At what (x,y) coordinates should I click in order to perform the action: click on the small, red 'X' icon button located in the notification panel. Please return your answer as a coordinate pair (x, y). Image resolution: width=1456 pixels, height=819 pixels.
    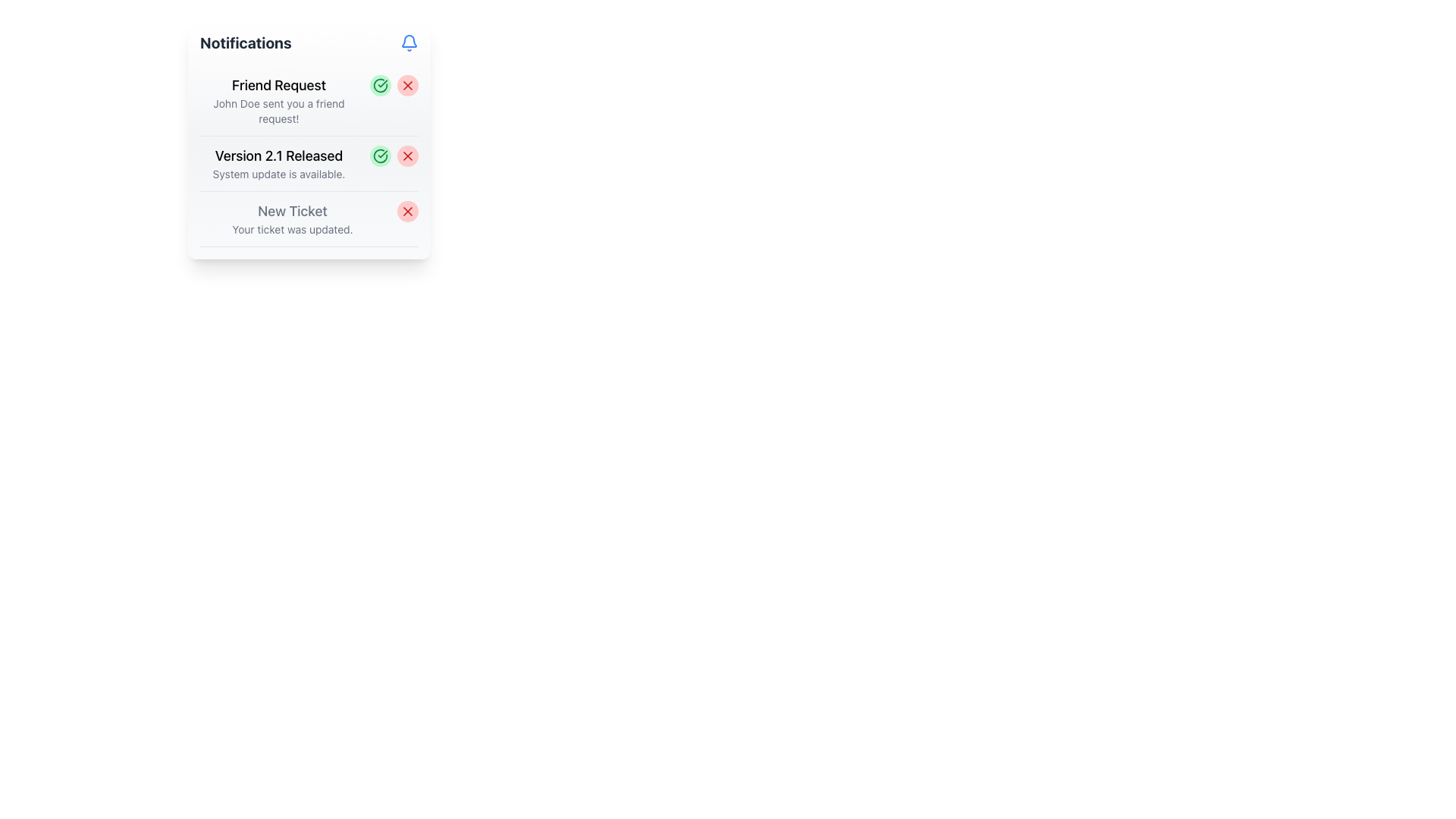
    Looking at the image, I should click on (407, 155).